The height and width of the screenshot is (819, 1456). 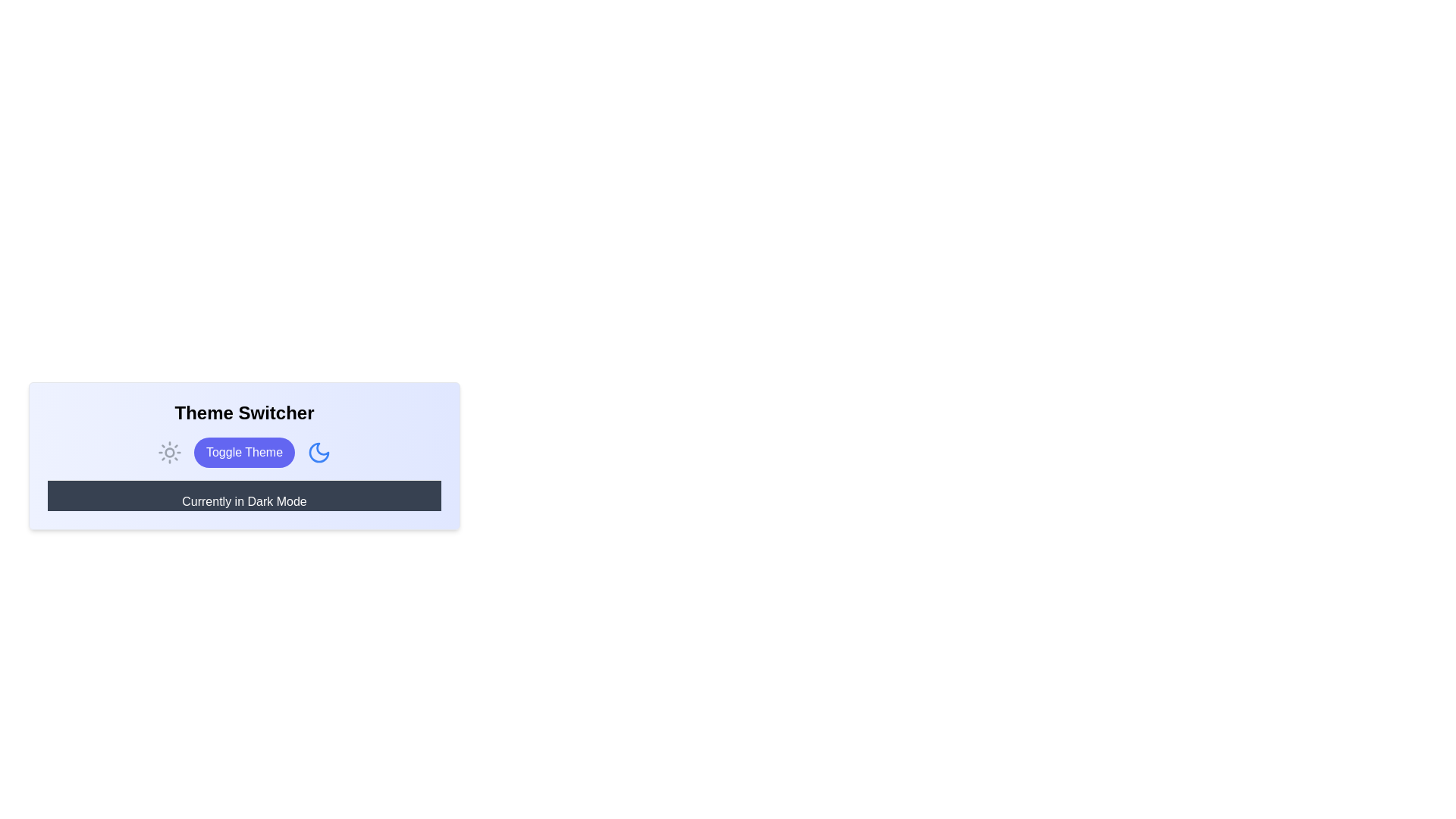 What do you see at coordinates (169, 452) in the screenshot?
I see `the central circular part of the sun icon located to the left of the 'Toggle Theme' button` at bounding box center [169, 452].